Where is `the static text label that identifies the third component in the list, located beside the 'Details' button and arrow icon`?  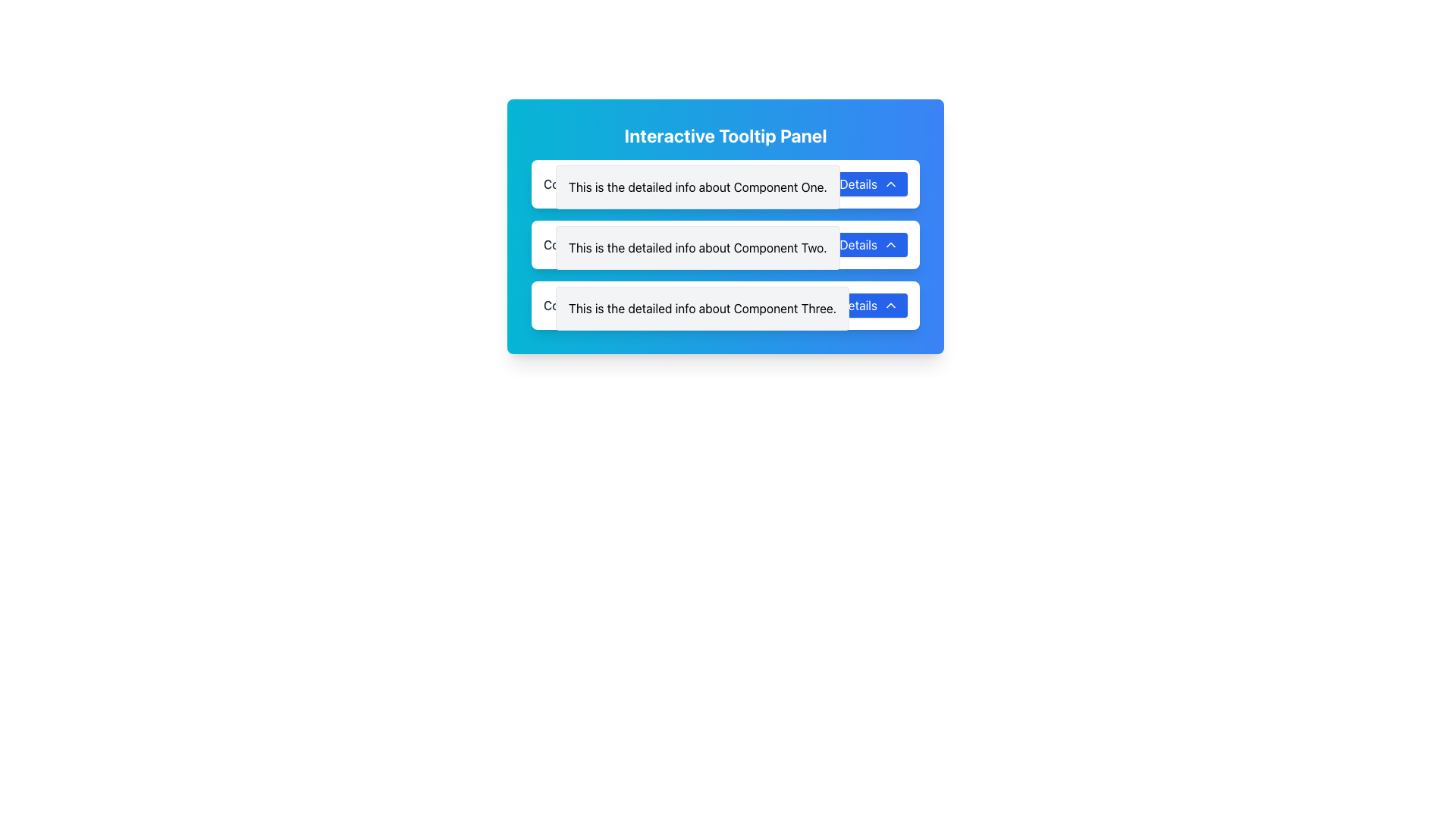 the static text label that identifies the third component in the list, located beside the 'Details' button and arrow icon is located at coordinates (593, 305).